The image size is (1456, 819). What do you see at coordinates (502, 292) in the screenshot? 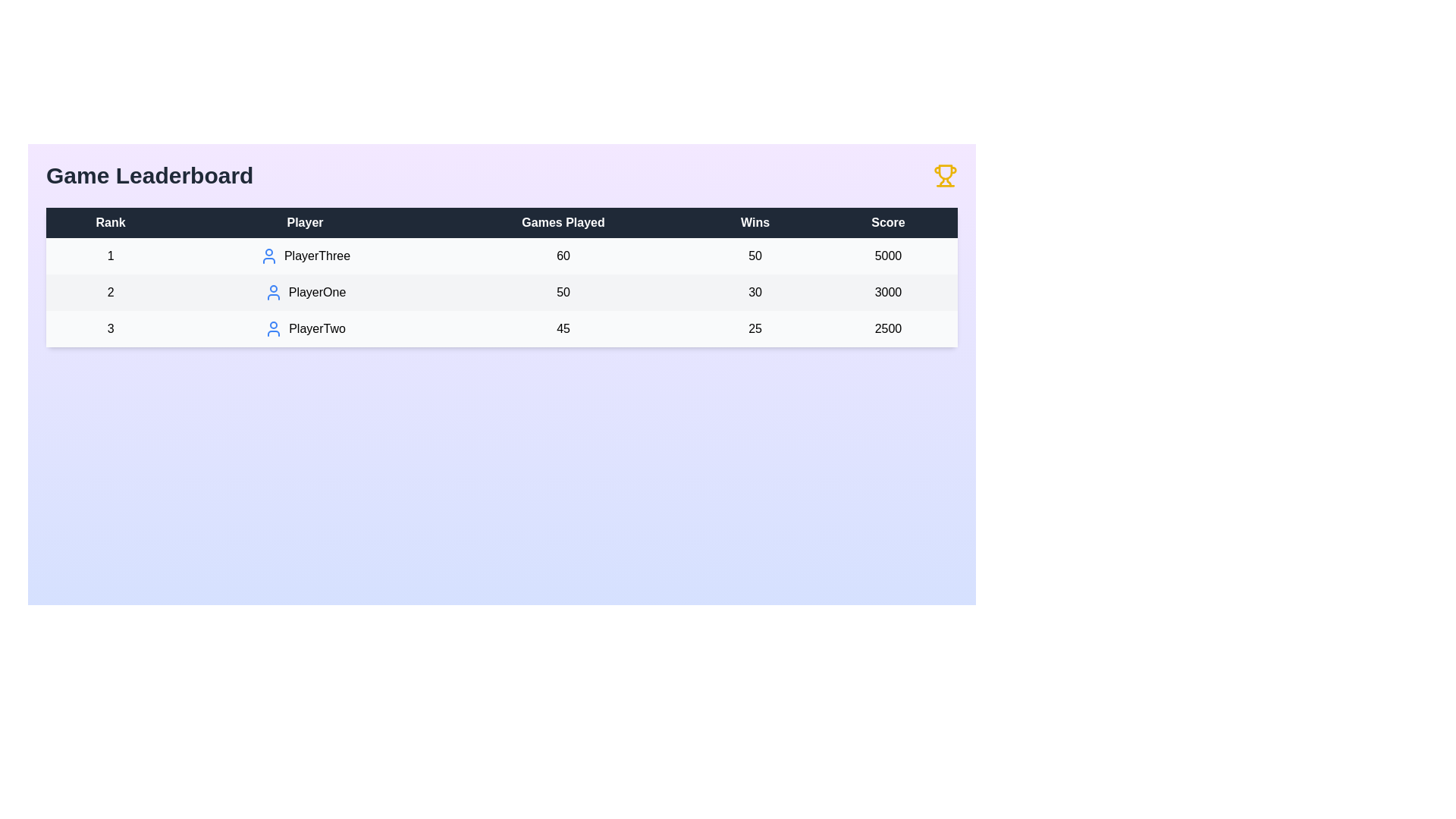
I see `the second row in the leaderboard table that summarizes the performance metrics of 'PlayerOne'` at bounding box center [502, 292].